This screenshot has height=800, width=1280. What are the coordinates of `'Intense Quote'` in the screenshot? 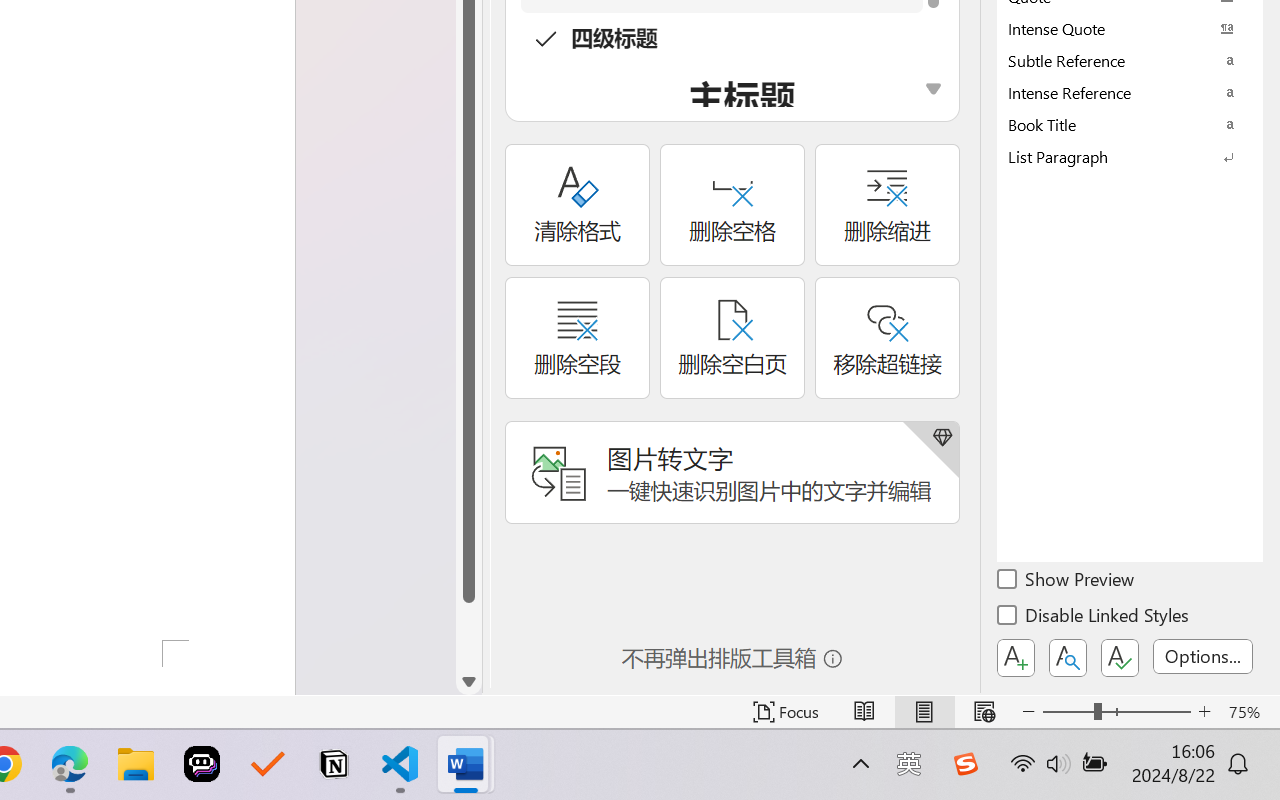 It's located at (1130, 28).